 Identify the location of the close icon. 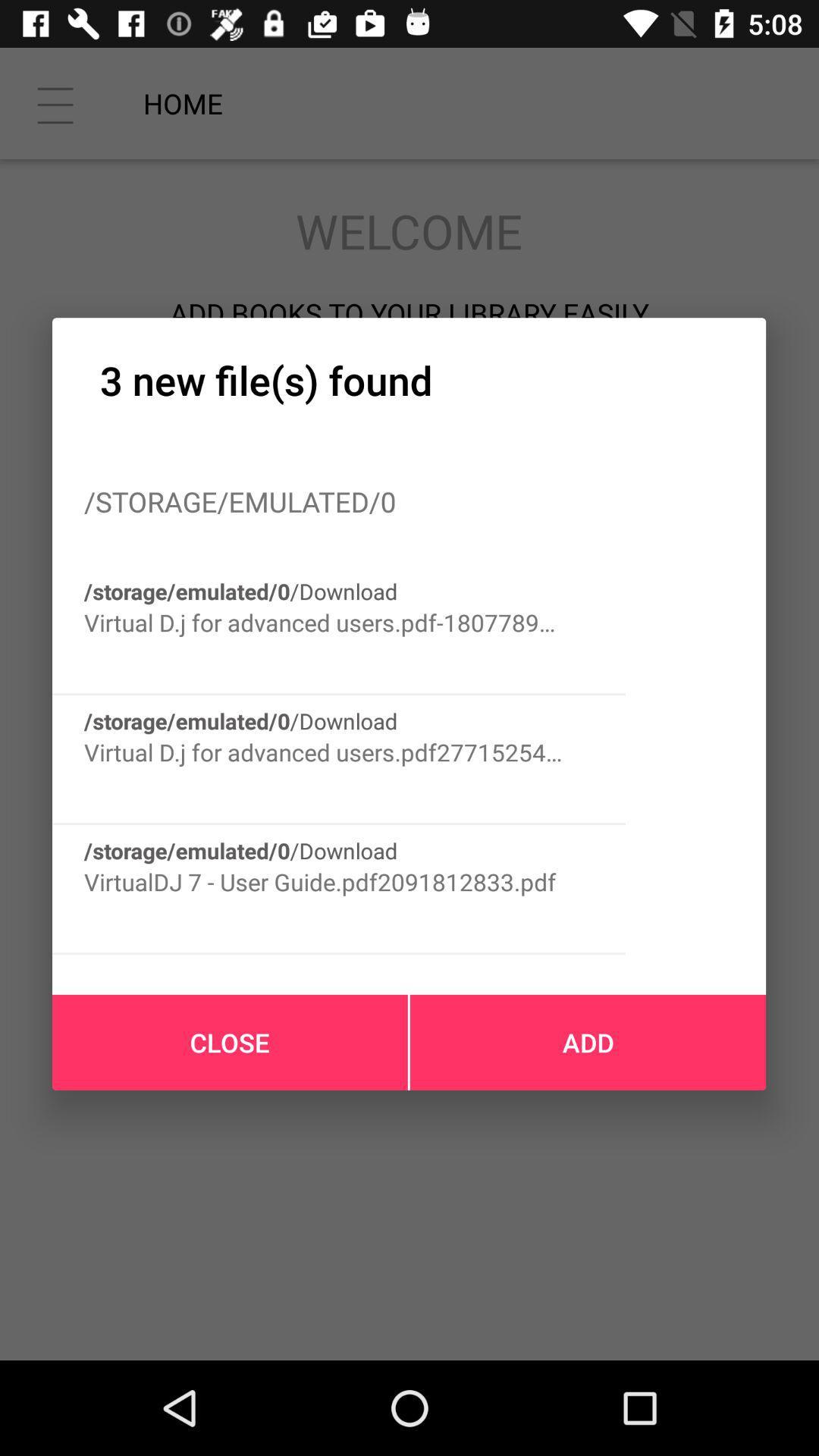
(230, 1041).